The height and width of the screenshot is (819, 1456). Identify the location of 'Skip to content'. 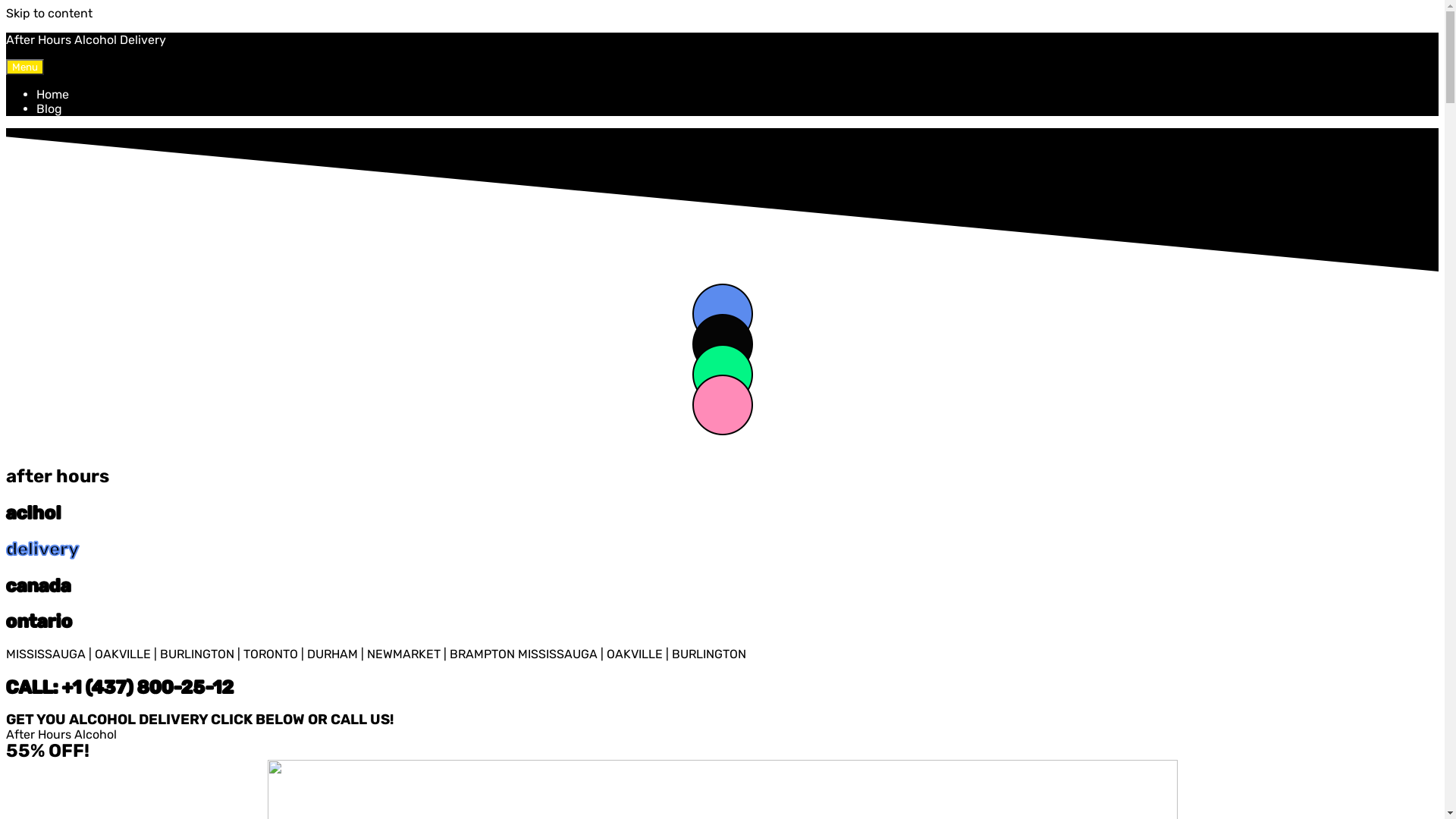
(49, 13).